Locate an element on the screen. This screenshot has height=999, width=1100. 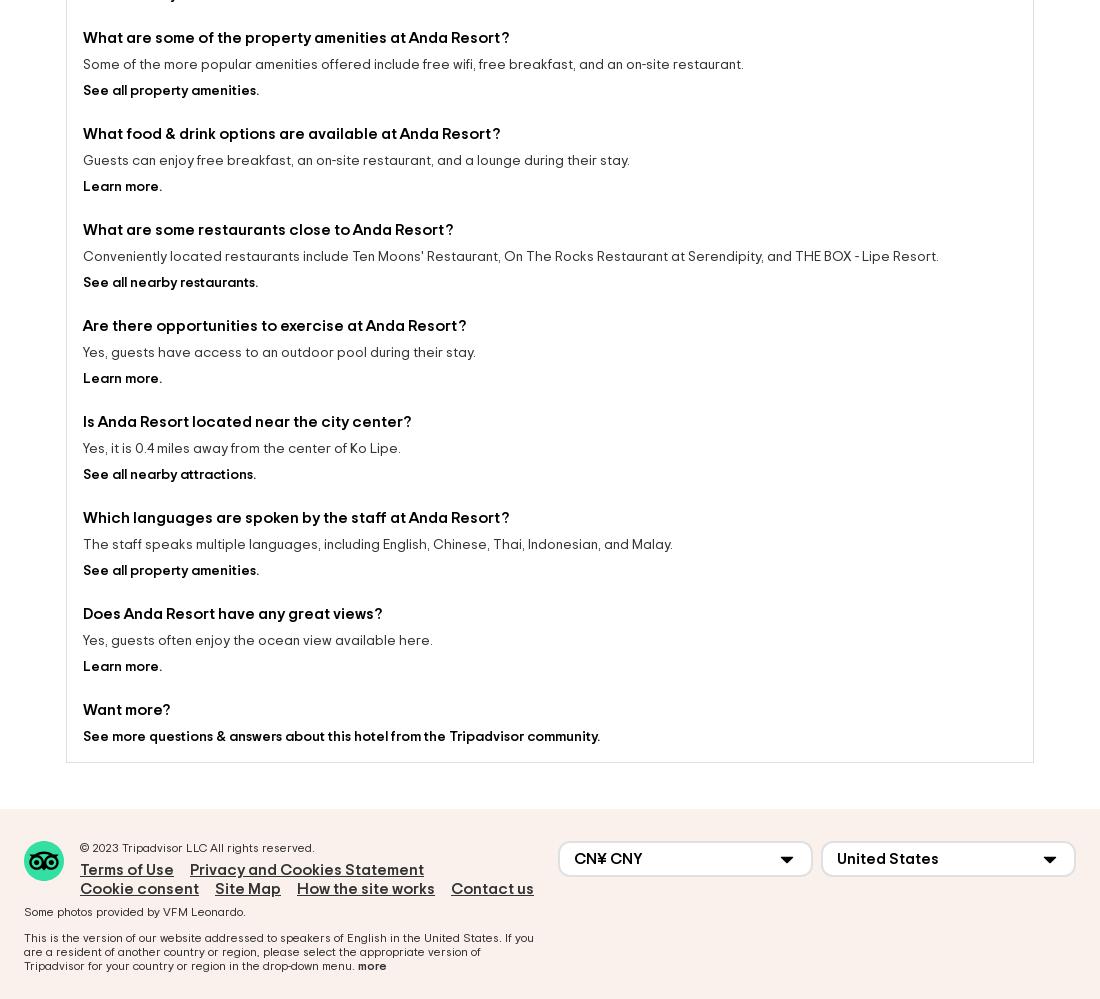
'English' is located at coordinates (366, 919).